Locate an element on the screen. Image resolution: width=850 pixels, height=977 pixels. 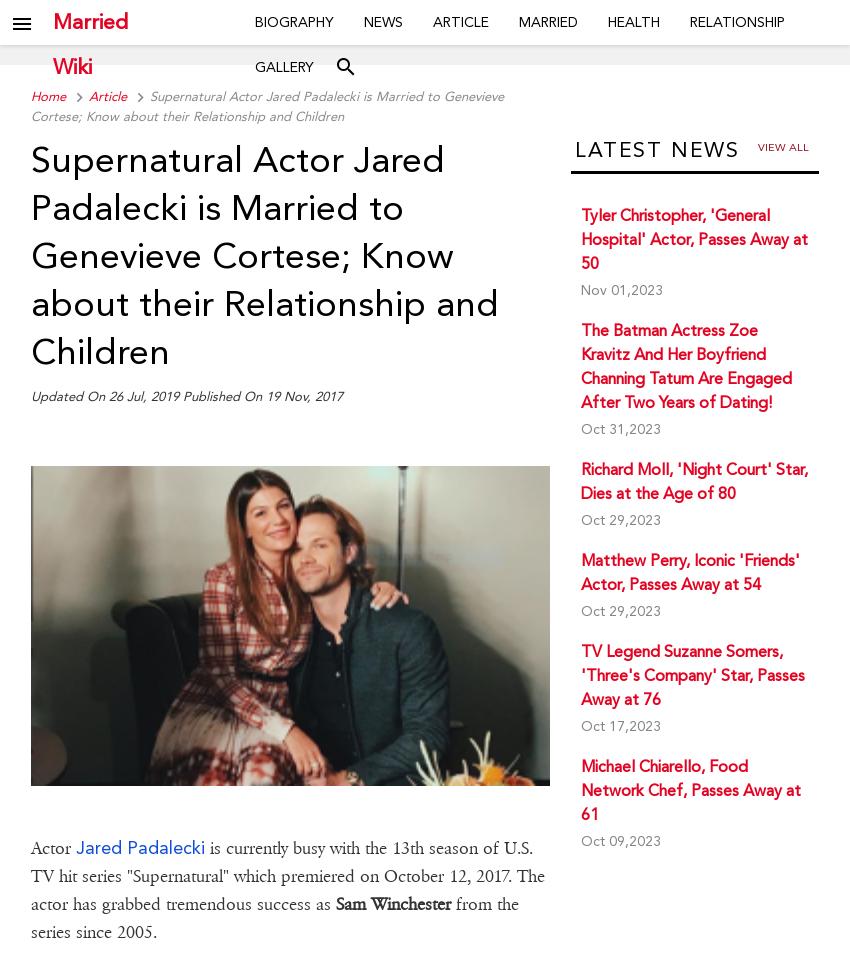
'Sam Winchester' is located at coordinates (392, 902).